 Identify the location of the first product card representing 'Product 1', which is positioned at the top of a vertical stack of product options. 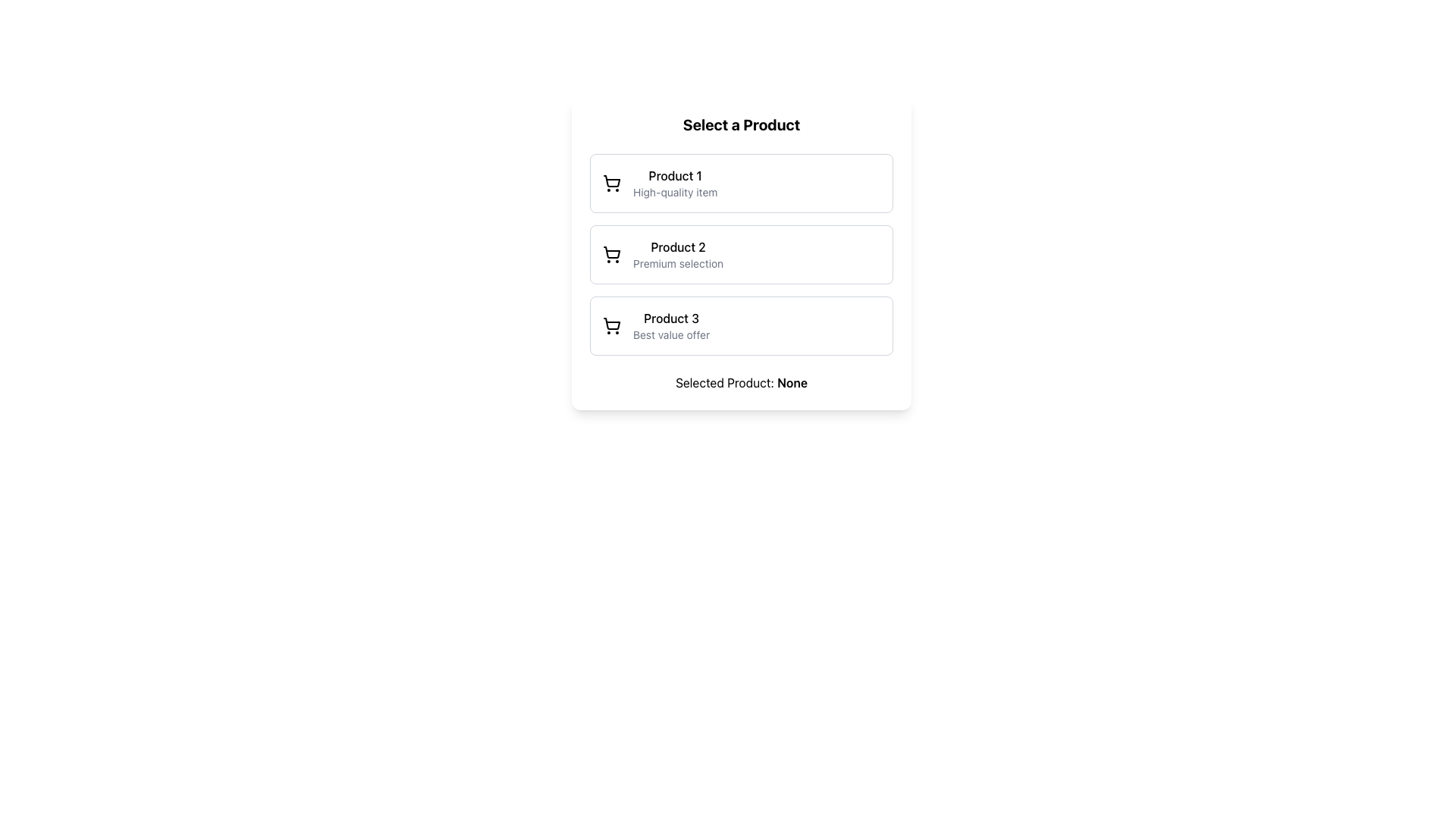
(742, 183).